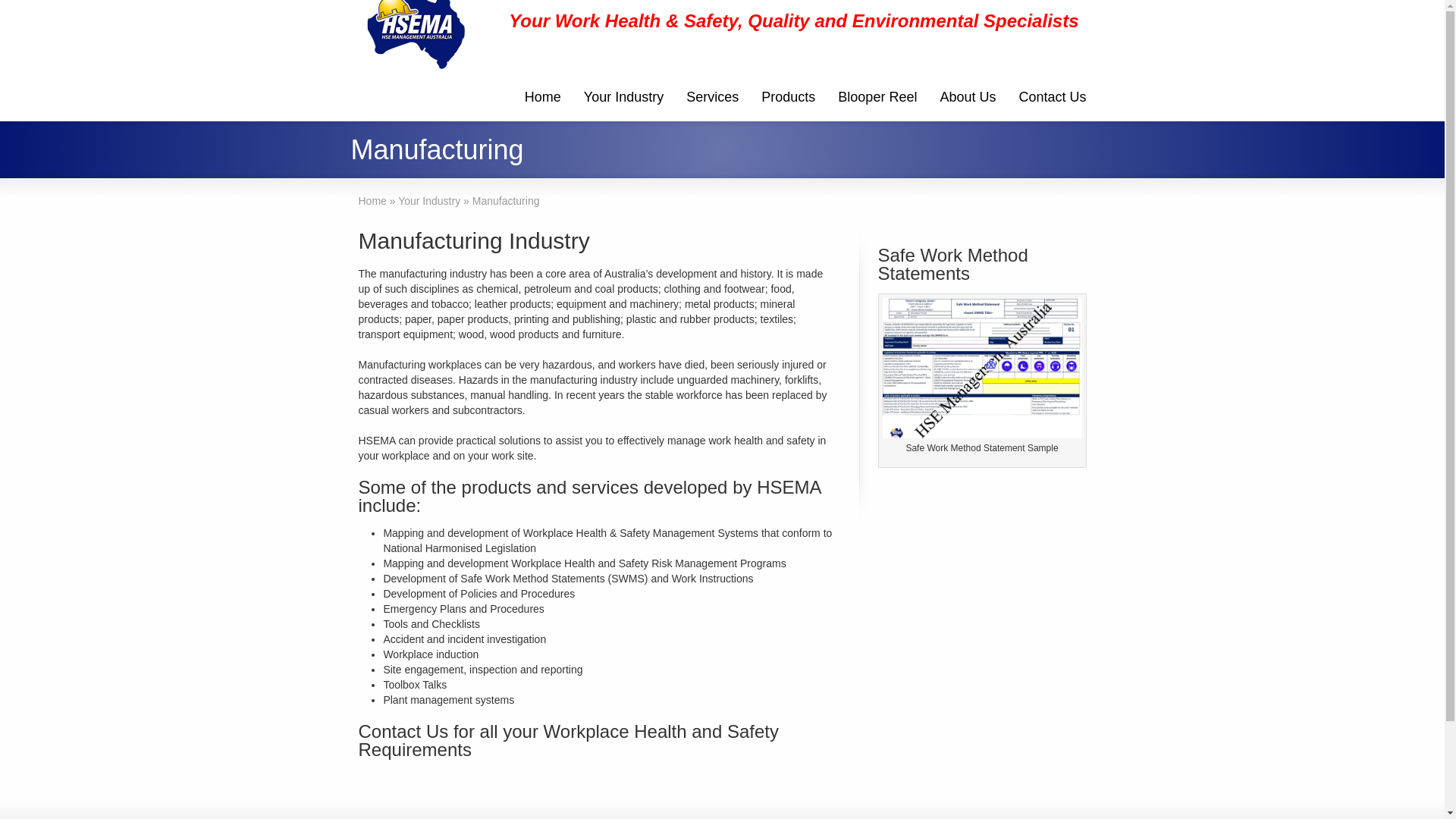  Describe the element at coordinates (1051, 99) in the screenshot. I see `'Contact Us'` at that location.